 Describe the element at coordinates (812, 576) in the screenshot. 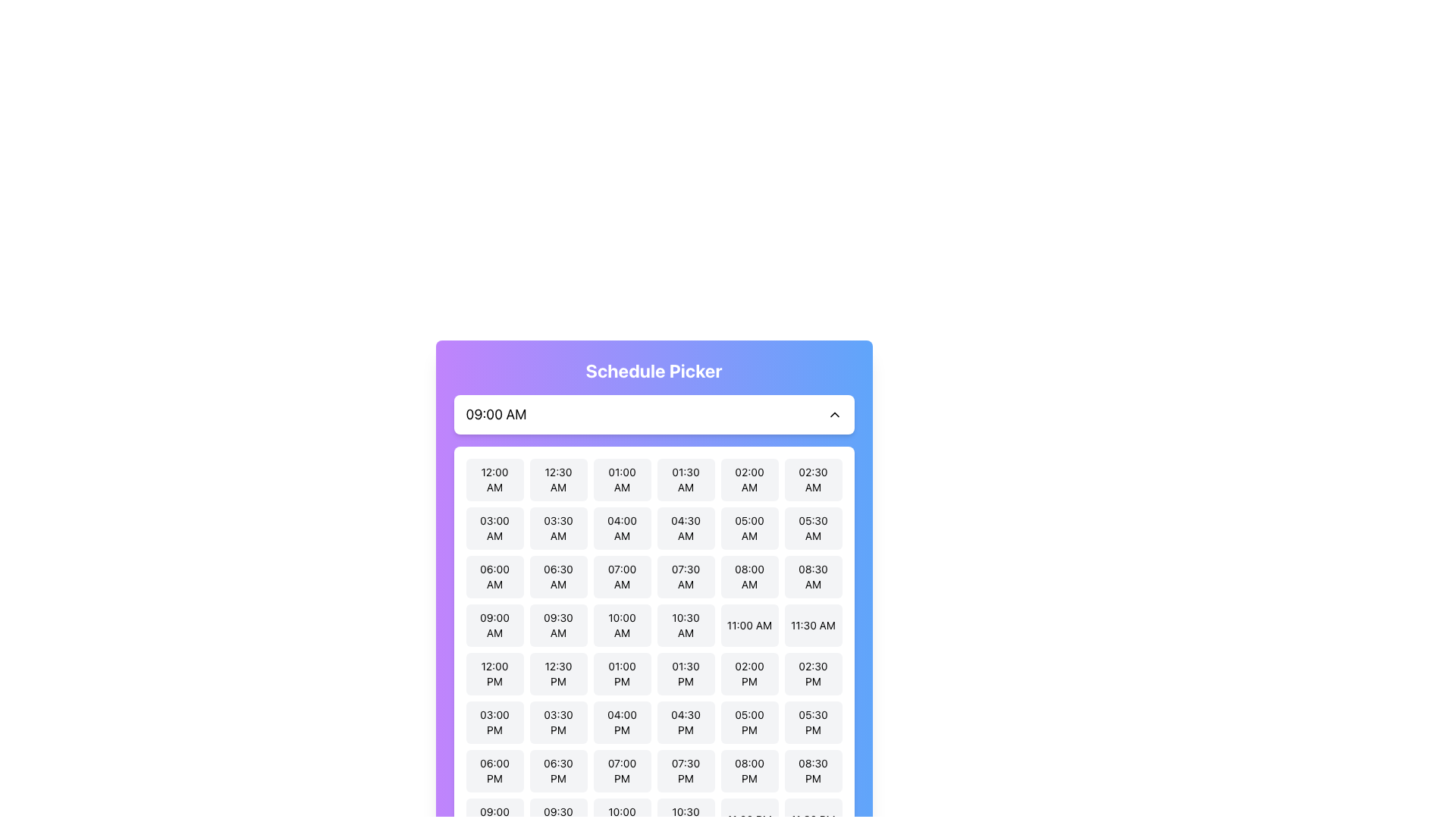

I see `the selectable time slot button for '08:30 AM' located in the sixth column of the fourth row in the grid layout` at that location.